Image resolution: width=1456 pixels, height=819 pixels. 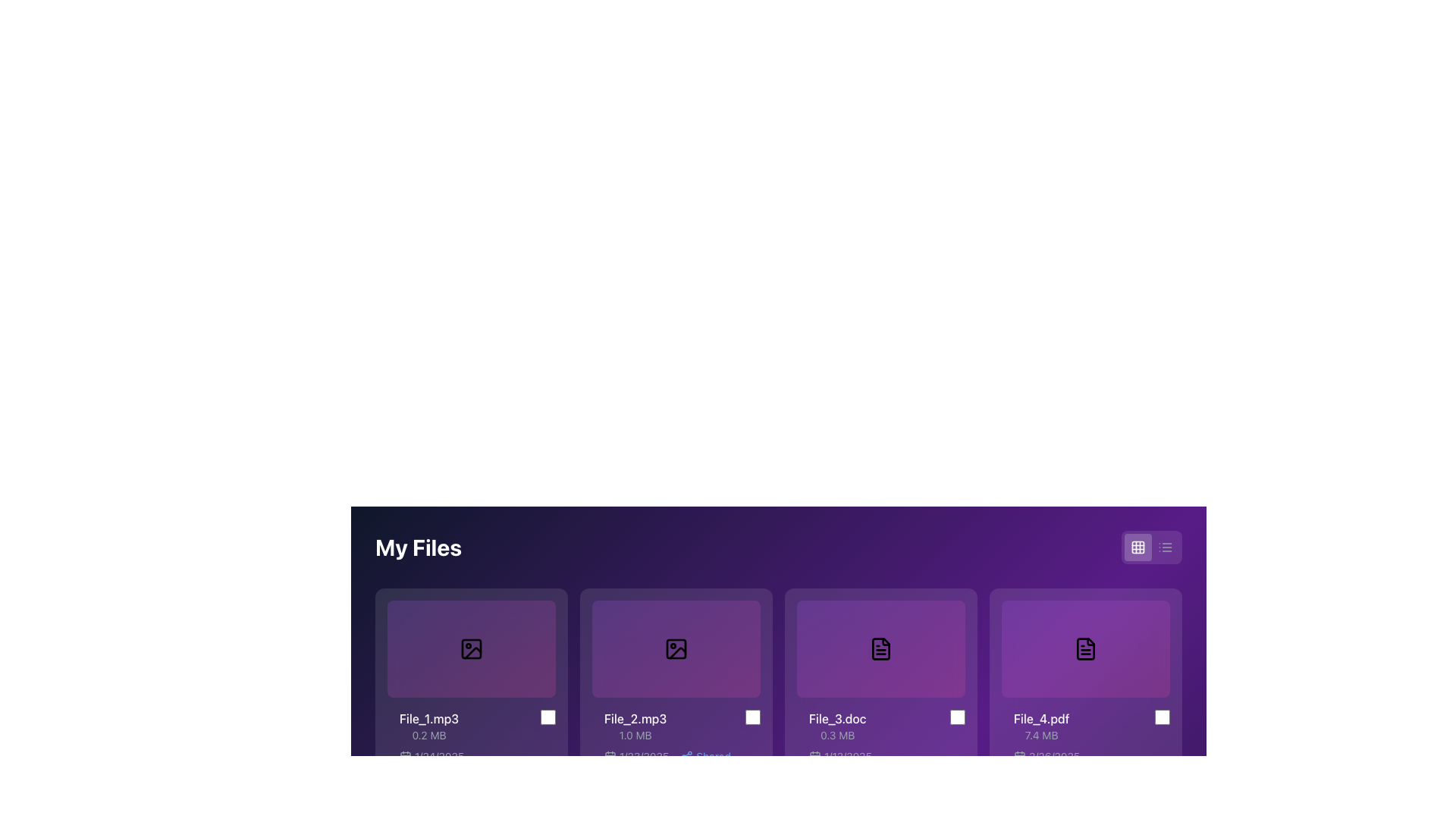 What do you see at coordinates (836, 718) in the screenshot?
I see `the text label displaying 'File_3.doc' in bold white font` at bounding box center [836, 718].